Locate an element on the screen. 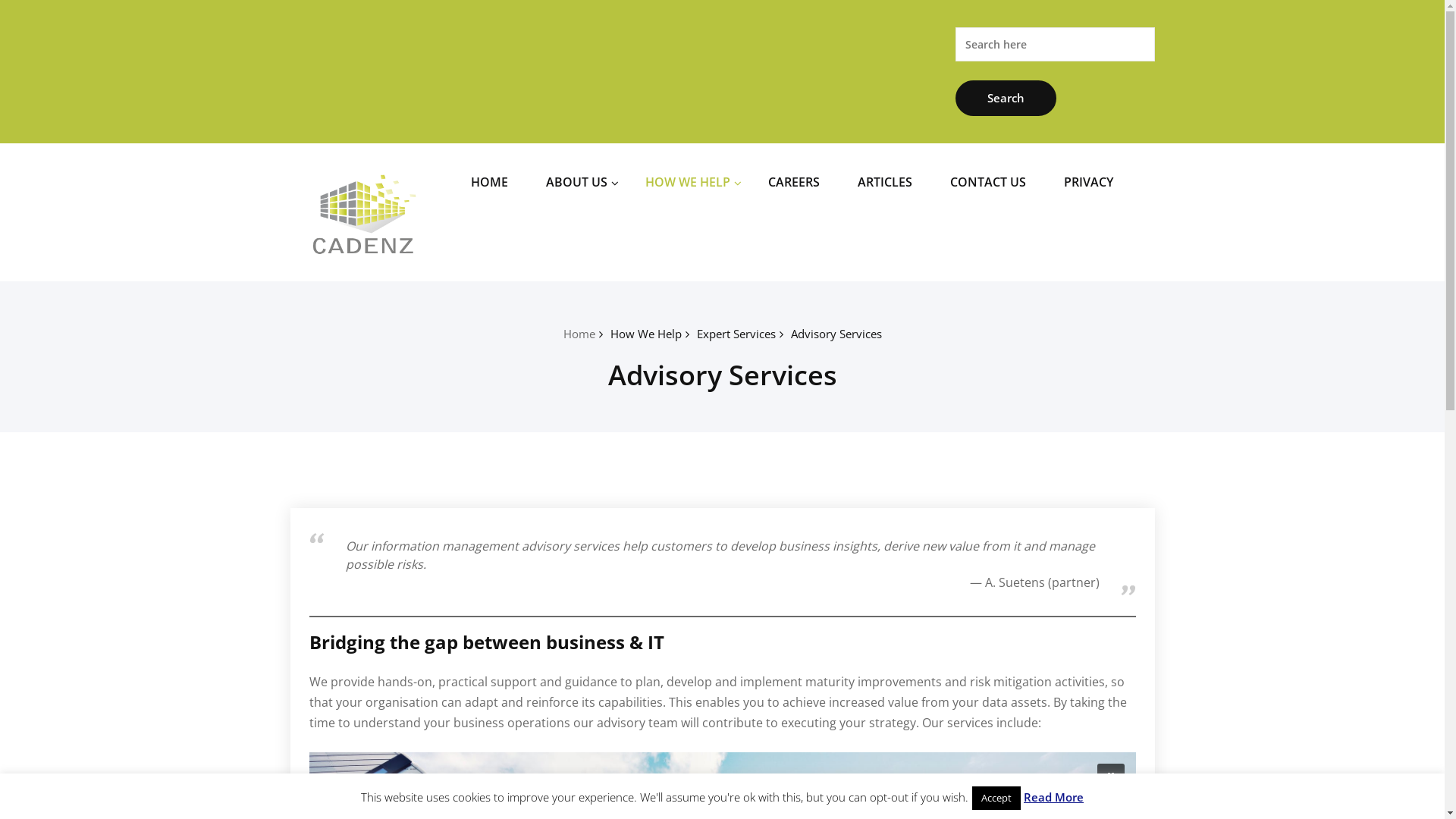 This screenshot has height=819, width=1456. 'CONTACT US' is located at coordinates (987, 180).